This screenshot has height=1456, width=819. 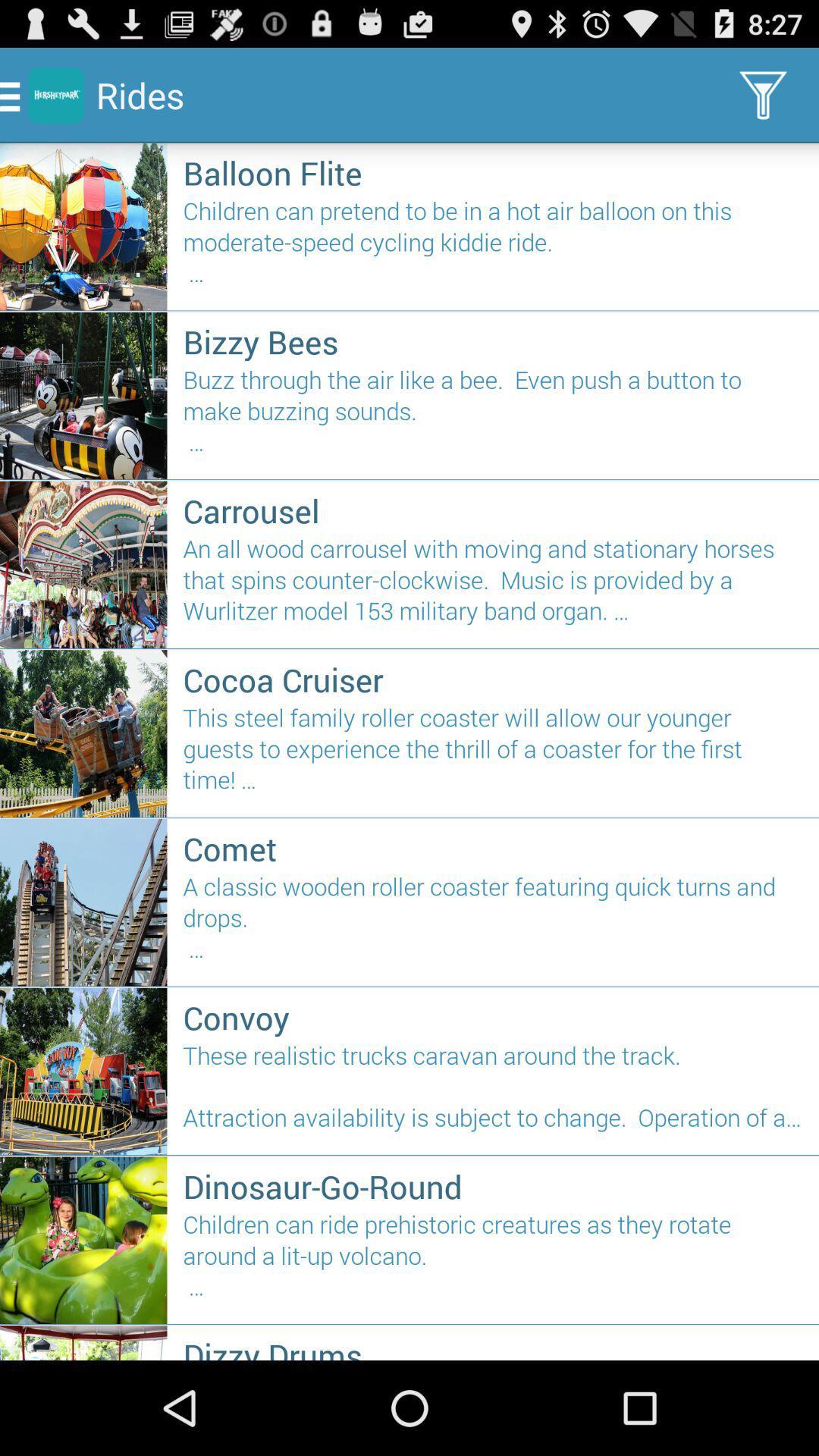 What do you see at coordinates (493, 417) in the screenshot?
I see `the icon below the bizzy bees item` at bounding box center [493, 417].